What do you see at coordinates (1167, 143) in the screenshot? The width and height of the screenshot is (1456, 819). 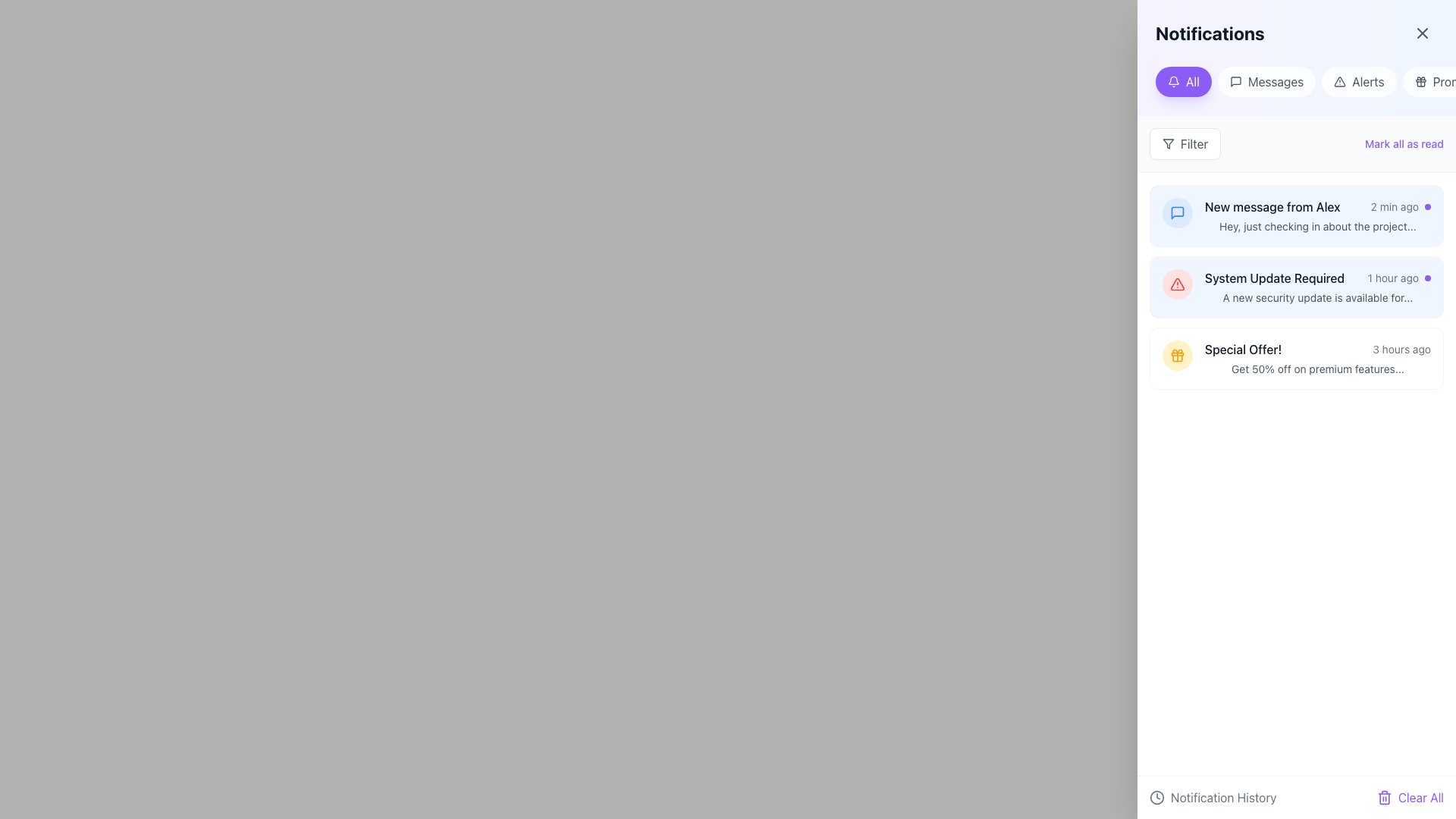 I see `the funnel icon located to the left of the 'Filter' text` at bounding box center [1167, 143].